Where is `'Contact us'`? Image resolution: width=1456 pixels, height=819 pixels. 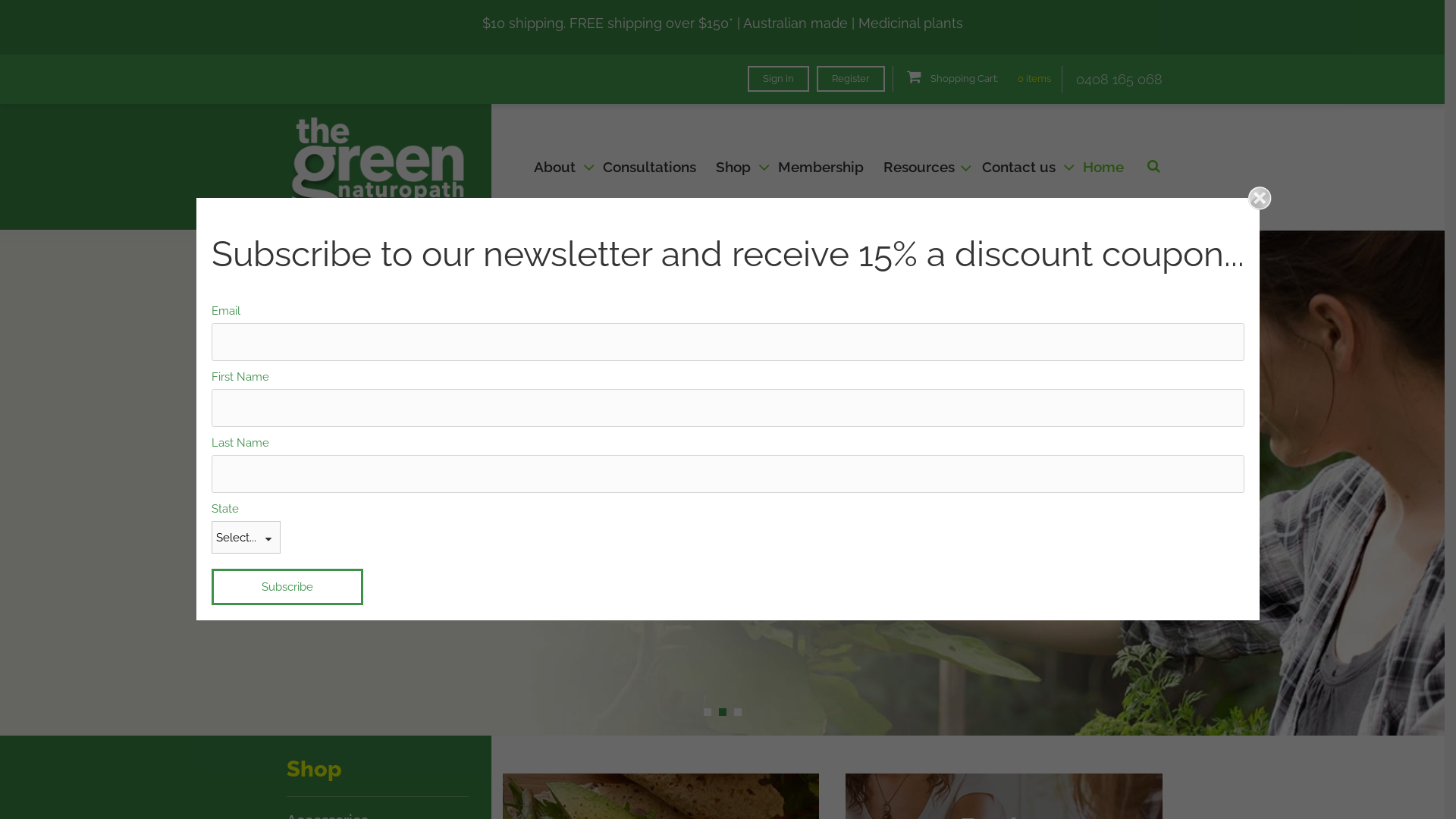
'Contact us' is located at coordinates (1022, 166).